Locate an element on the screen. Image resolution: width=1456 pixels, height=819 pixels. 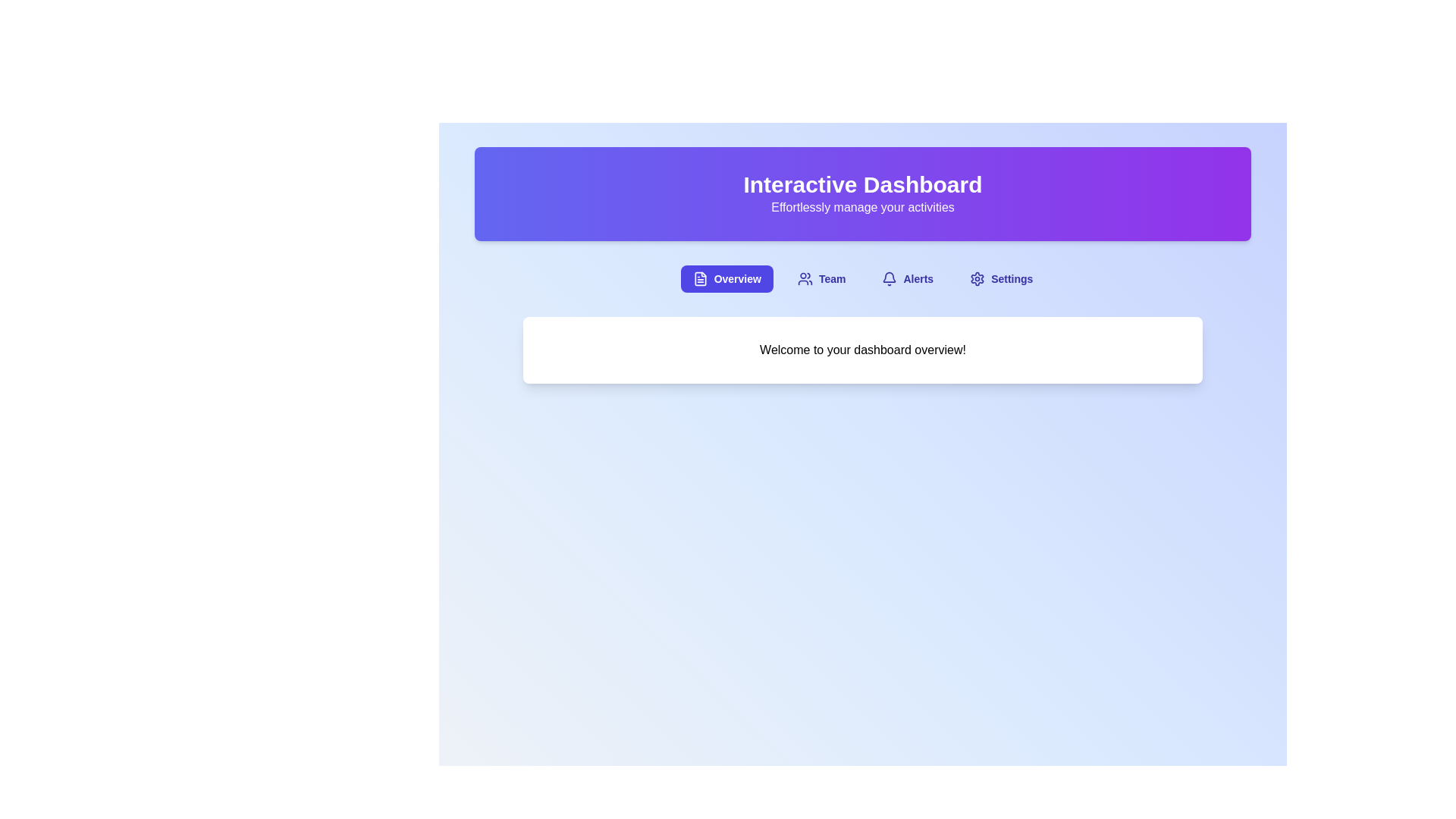
the graphical component of the bell notification icon located in the navigation bar, which represents the active state of the alert functionality is located at coordinates (890, 277).